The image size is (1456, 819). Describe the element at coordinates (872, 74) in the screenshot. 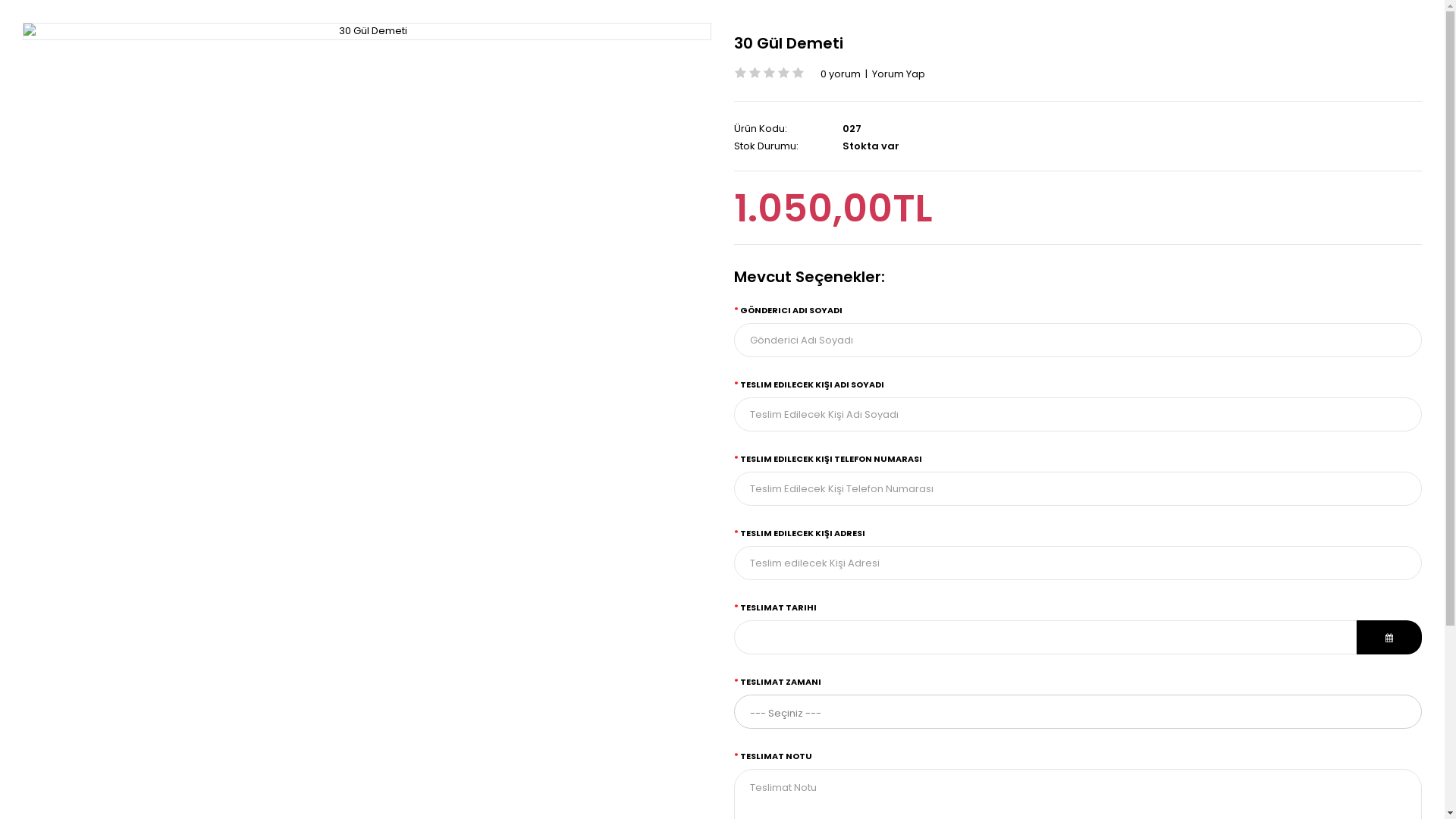

I see `'Yorum Yap'` at that location.